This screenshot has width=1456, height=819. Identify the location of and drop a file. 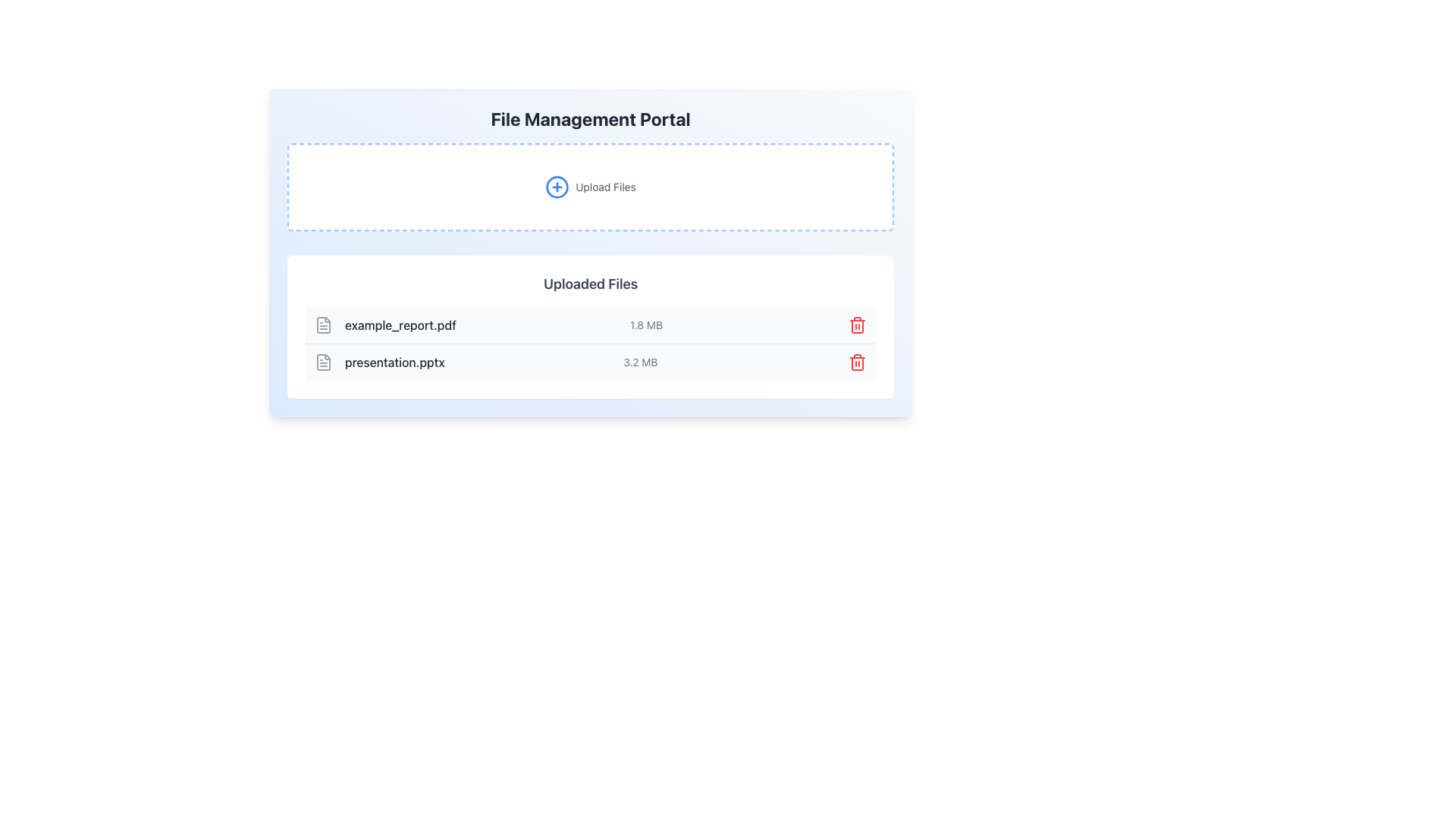
(589, 186).